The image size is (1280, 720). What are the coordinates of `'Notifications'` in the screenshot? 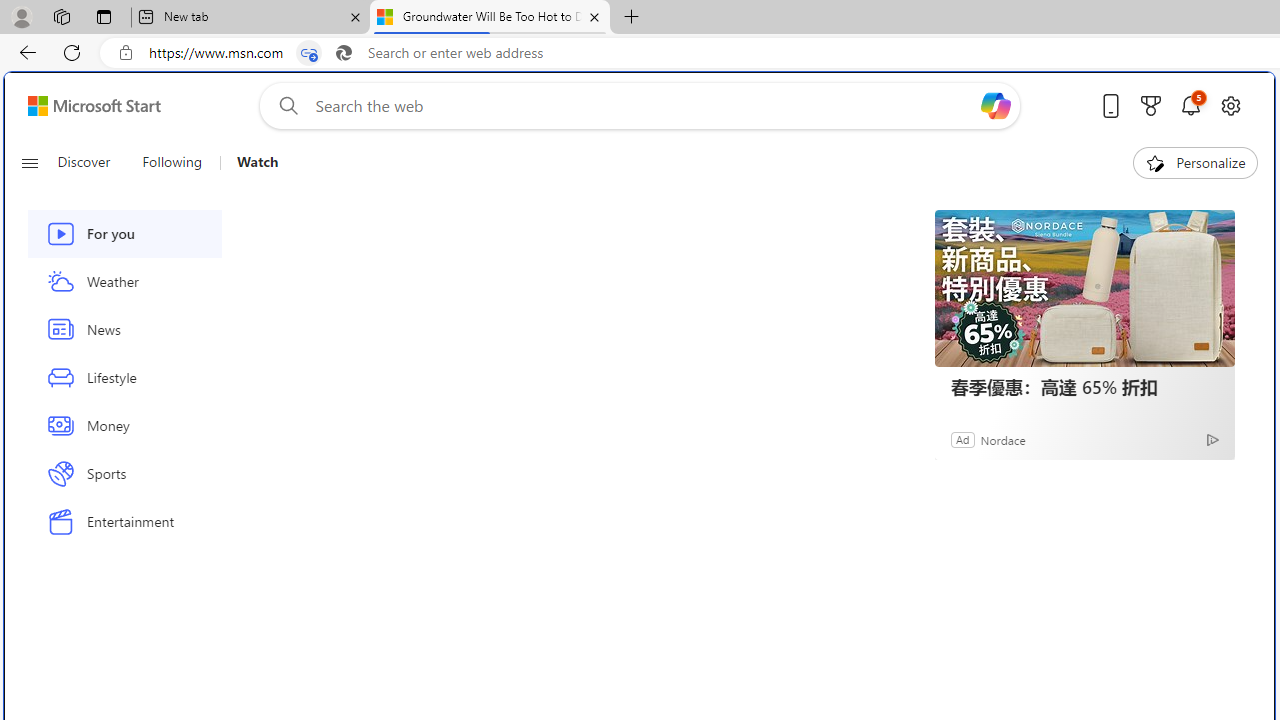 It's located at (1191, 105).